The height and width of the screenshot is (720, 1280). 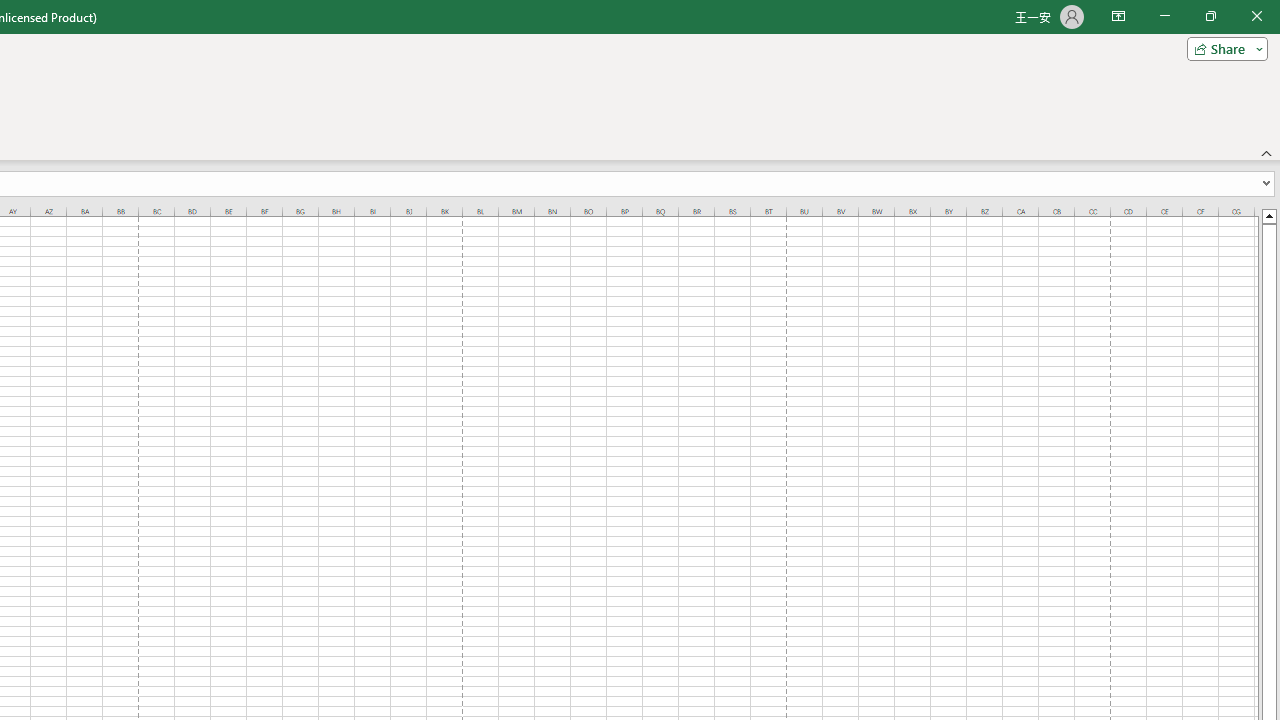 I want to click on 'Share', so click(x=1222, y=47).